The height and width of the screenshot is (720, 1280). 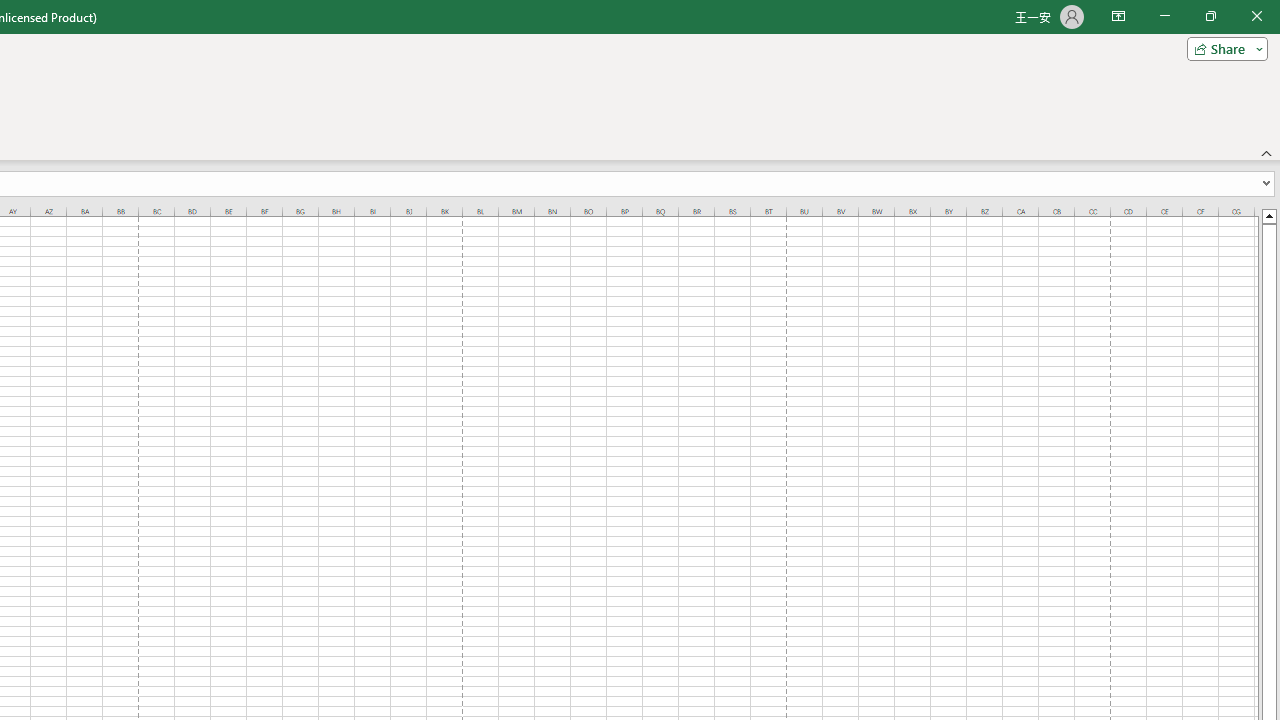 I want to click on 'Share', so click(x=1222, y=47).